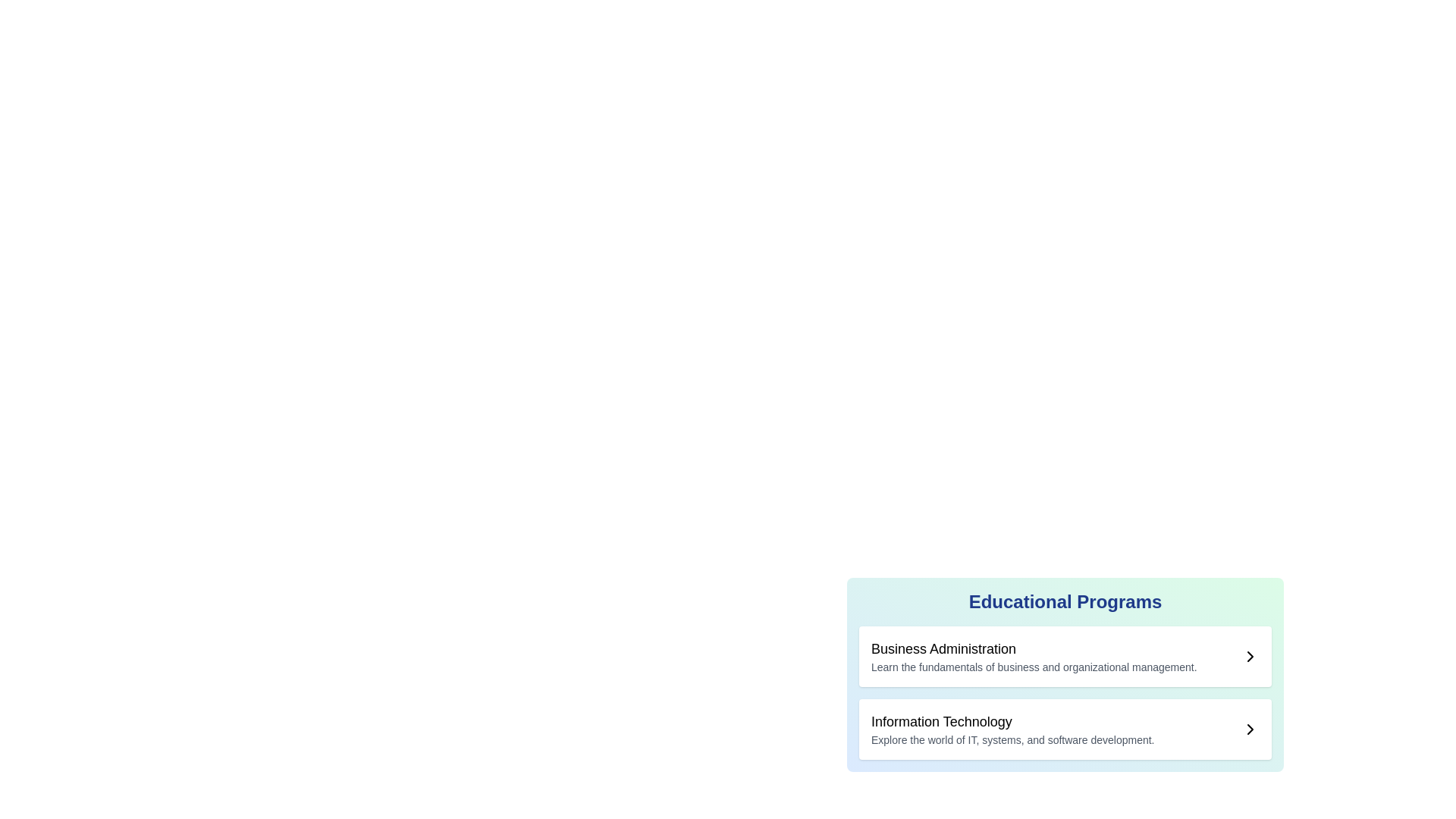  I want to click on the header element displaying the title 'Business Administration', so click(1033, 648).